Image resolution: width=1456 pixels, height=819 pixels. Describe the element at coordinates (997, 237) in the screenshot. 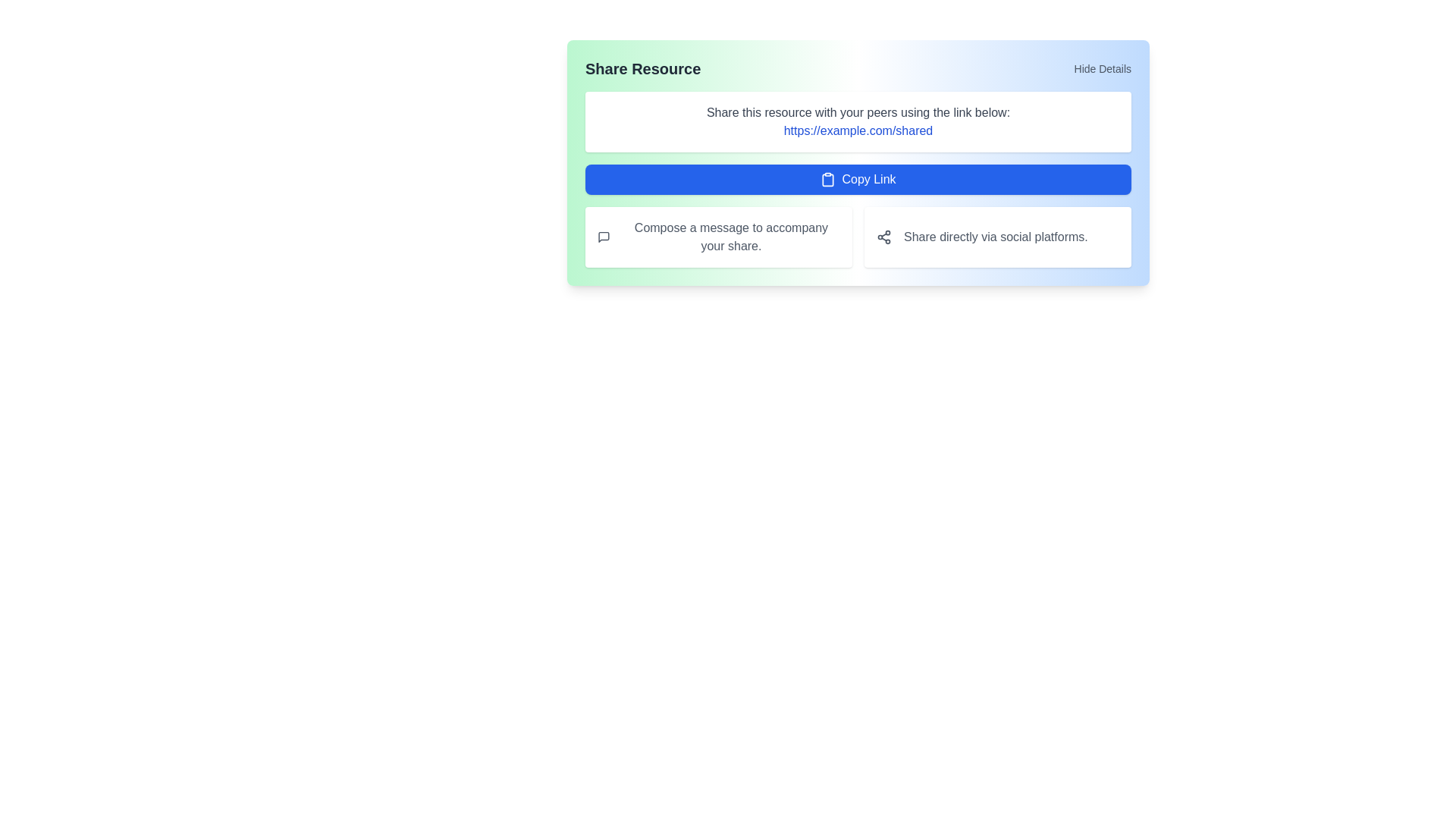

I see `the button with a white background and rounded corners that features a share symbol icon on the left and the text 'Share directly via social platforms.' located in the bottom right section of the grid layout below the blue bar labeled 'Copy Link.'` at that location.